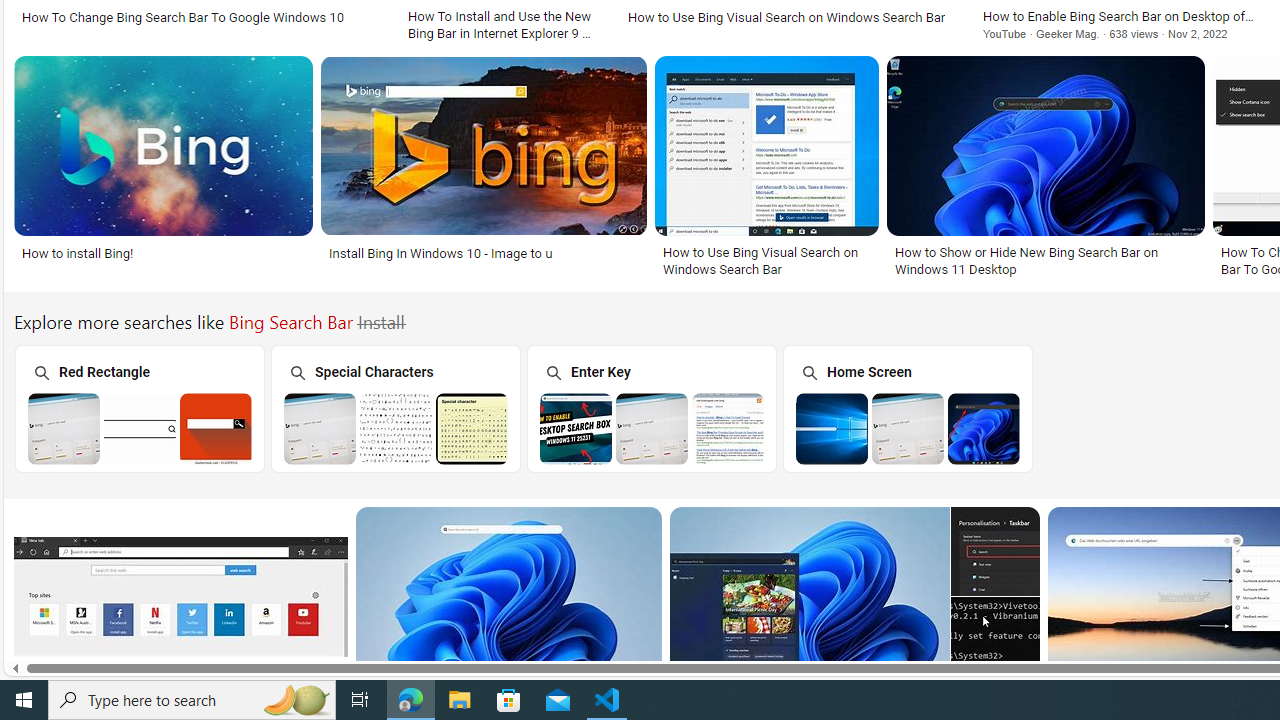  Describe the element at coordinates (651, 407) in the screenshot. I see `'Enter Key'` at that location.